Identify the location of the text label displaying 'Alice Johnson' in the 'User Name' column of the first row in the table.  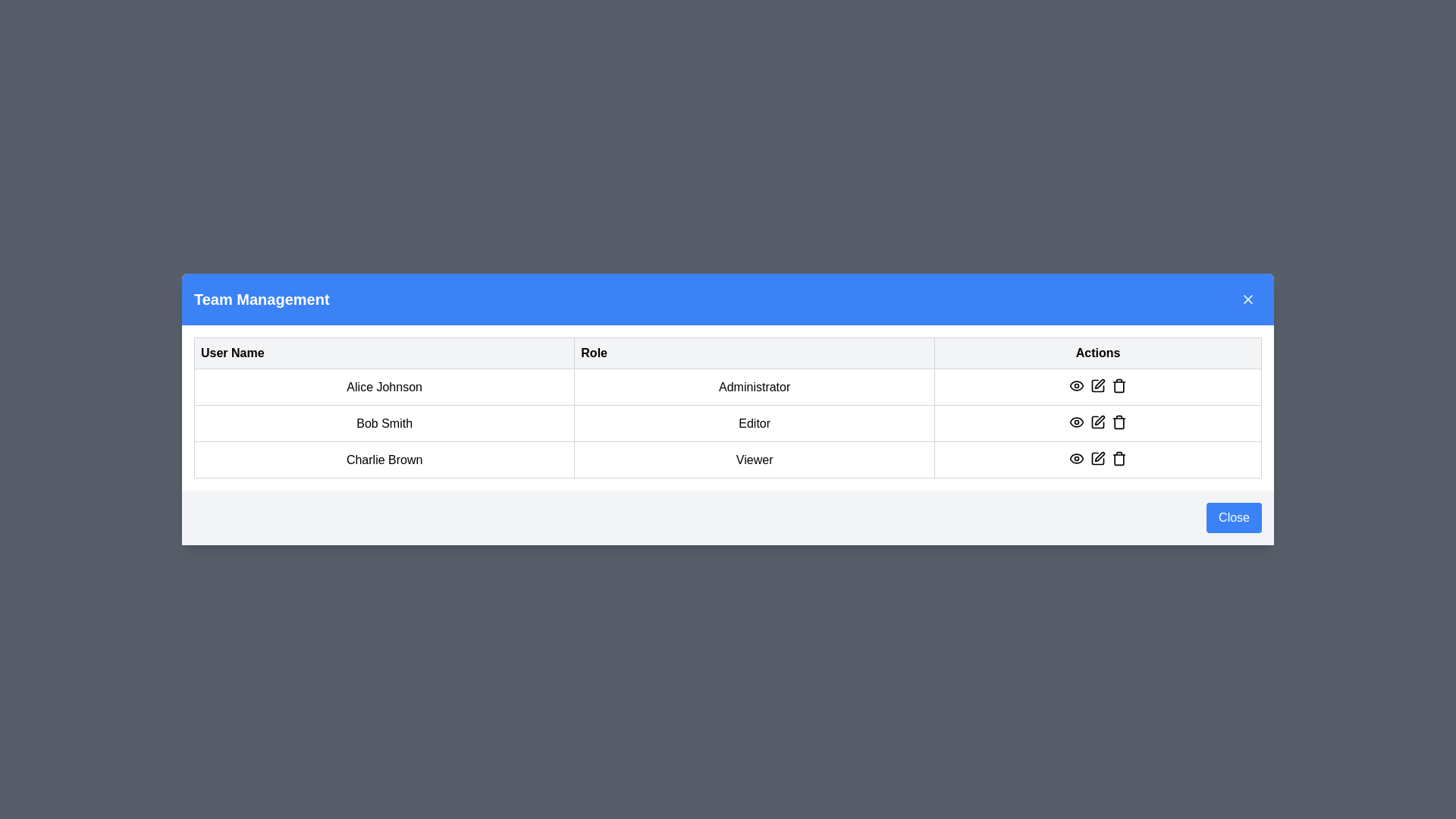
(384, 386).